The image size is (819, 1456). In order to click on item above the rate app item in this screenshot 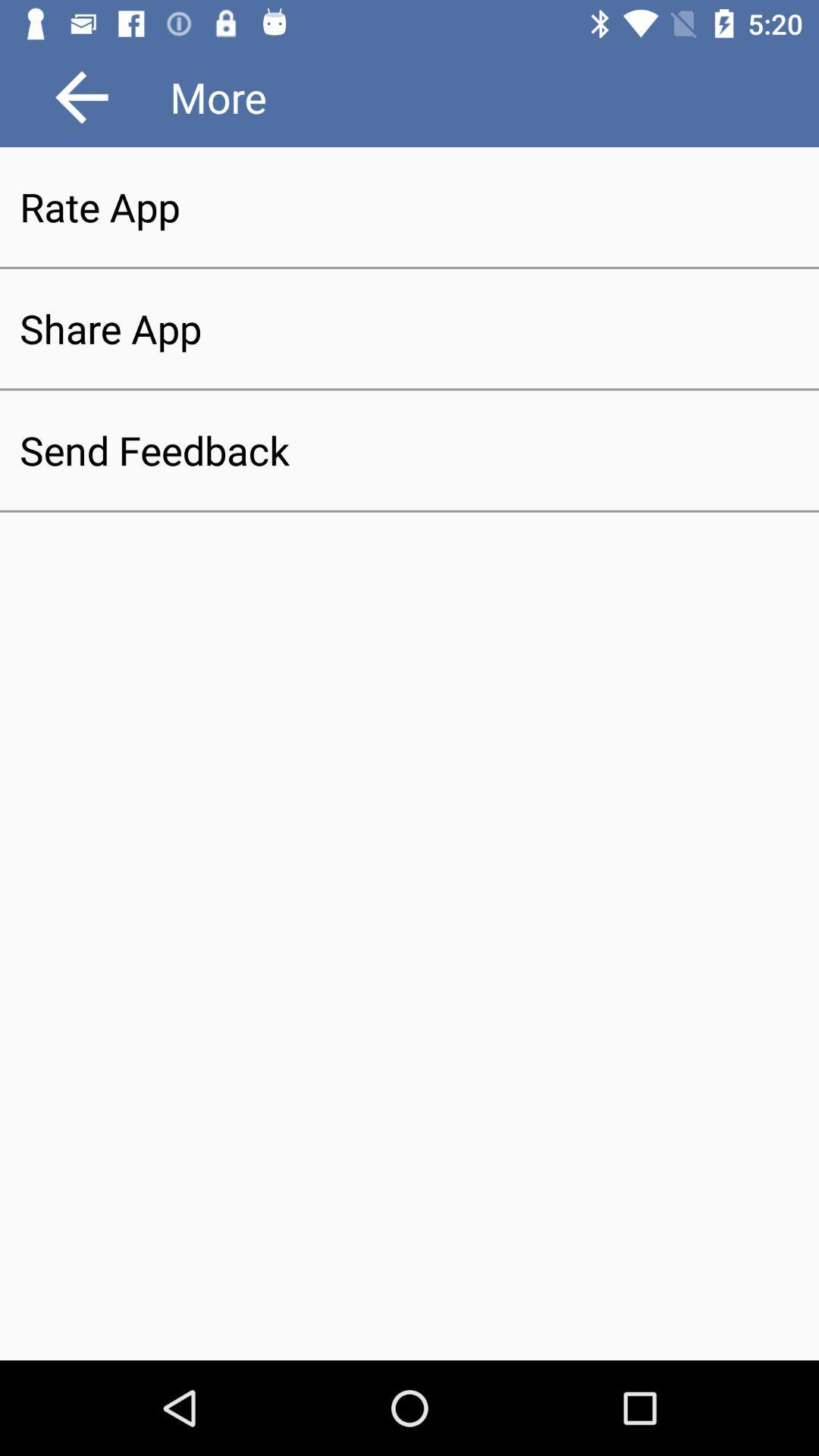, I will do `click(82, 96)`.